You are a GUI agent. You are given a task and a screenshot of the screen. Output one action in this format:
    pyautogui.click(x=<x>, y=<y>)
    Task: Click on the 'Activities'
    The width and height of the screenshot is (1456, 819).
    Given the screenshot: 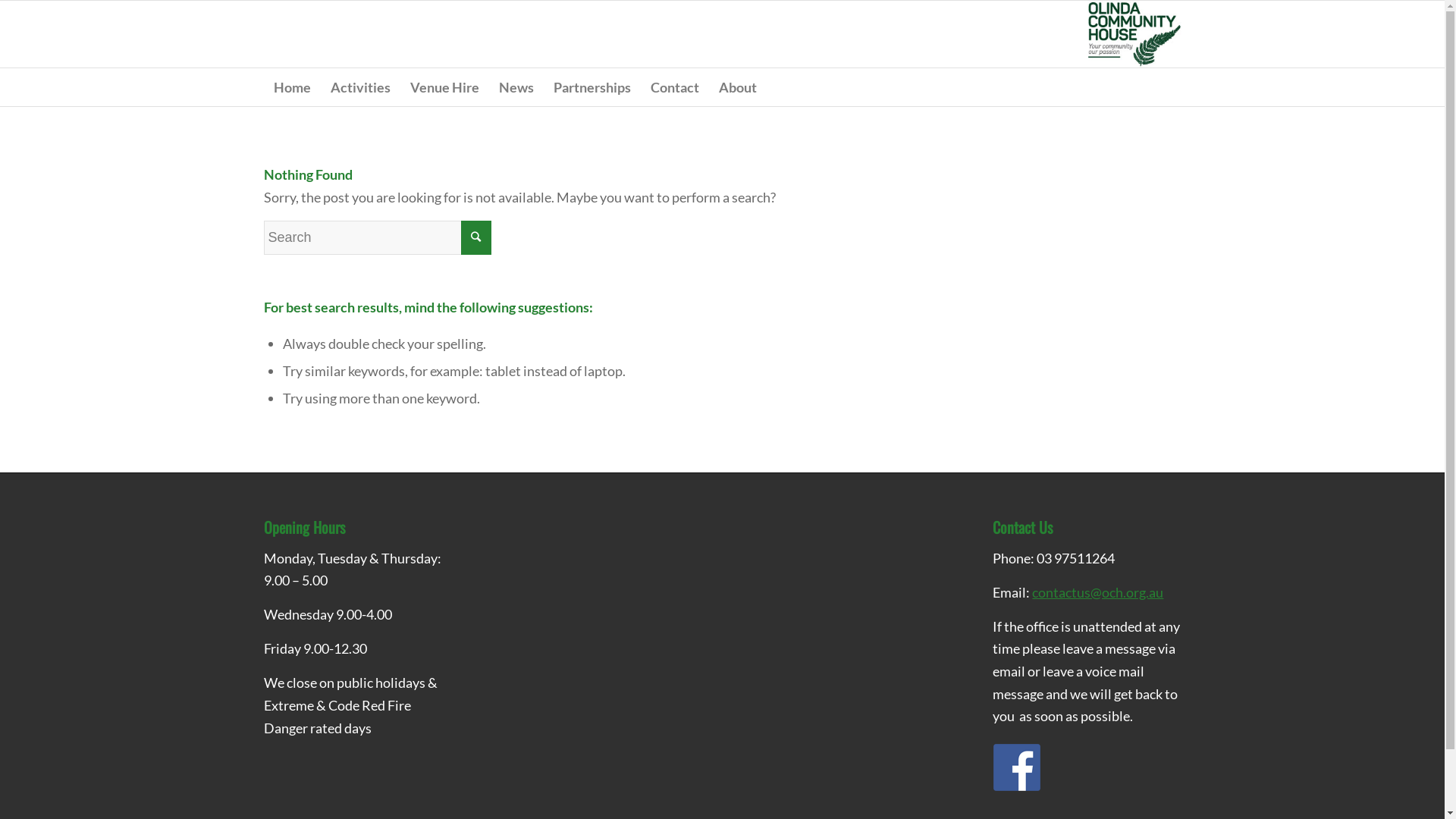 What is the action you would take?
    pyautogui.click(x=359, y=87)
    